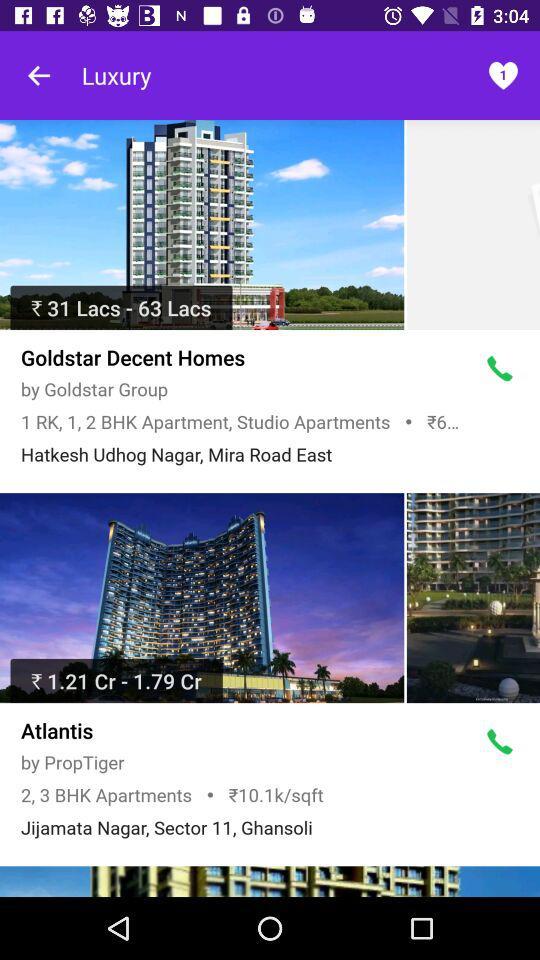  Describe the element at coordinates (39, 75) in the screenshot. I see `go back` at that location.